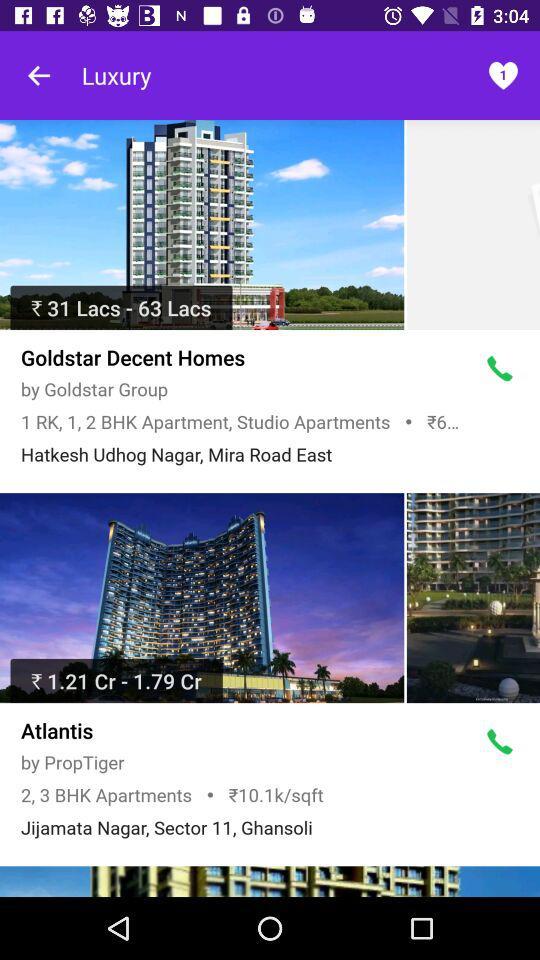  Describe the element at coordinates (39, 75) in the screenshot. I see `go back` at that location.